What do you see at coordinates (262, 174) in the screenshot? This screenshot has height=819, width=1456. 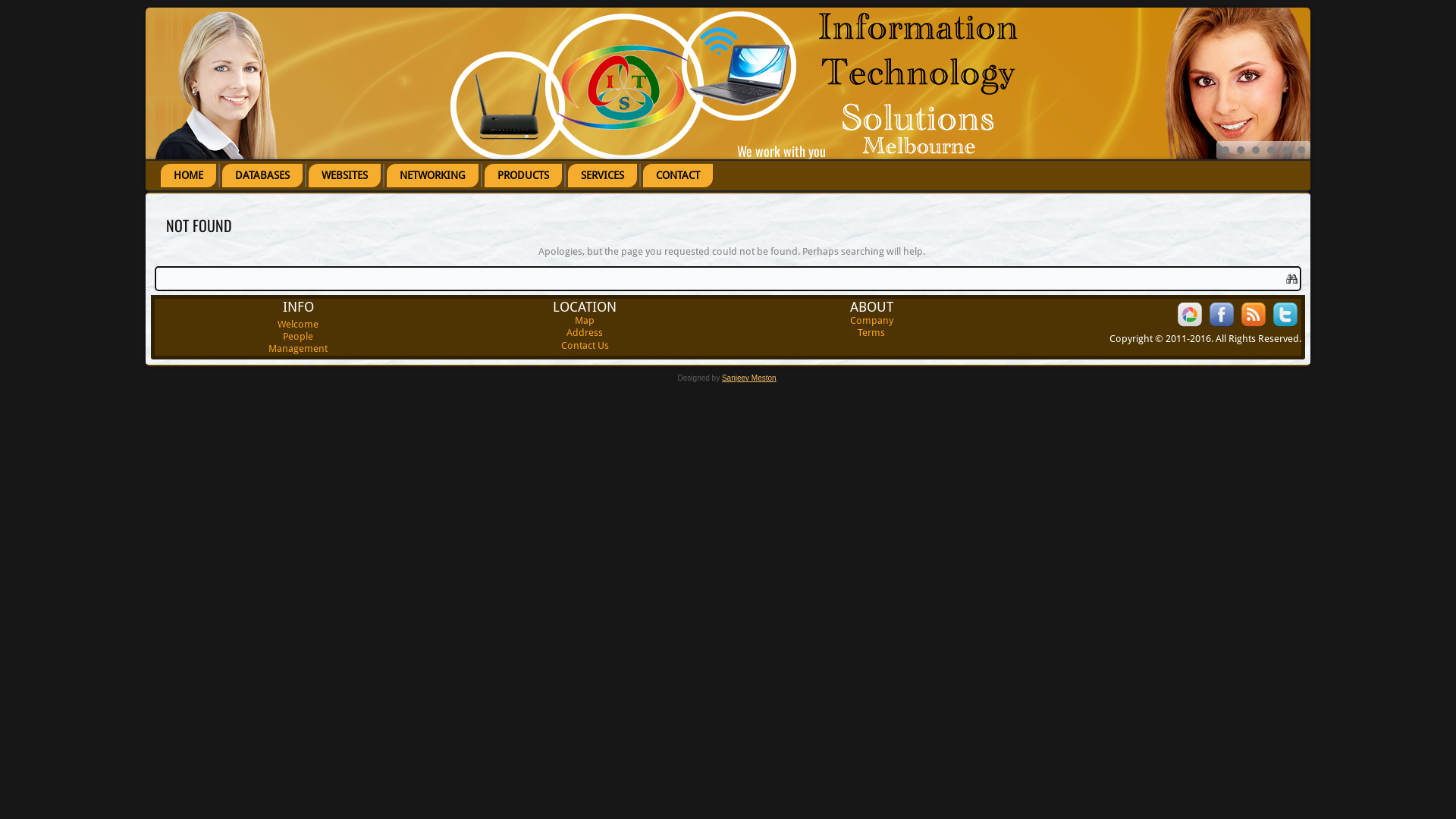 I see `'DATABASES'` at bounding box center [262, 174].